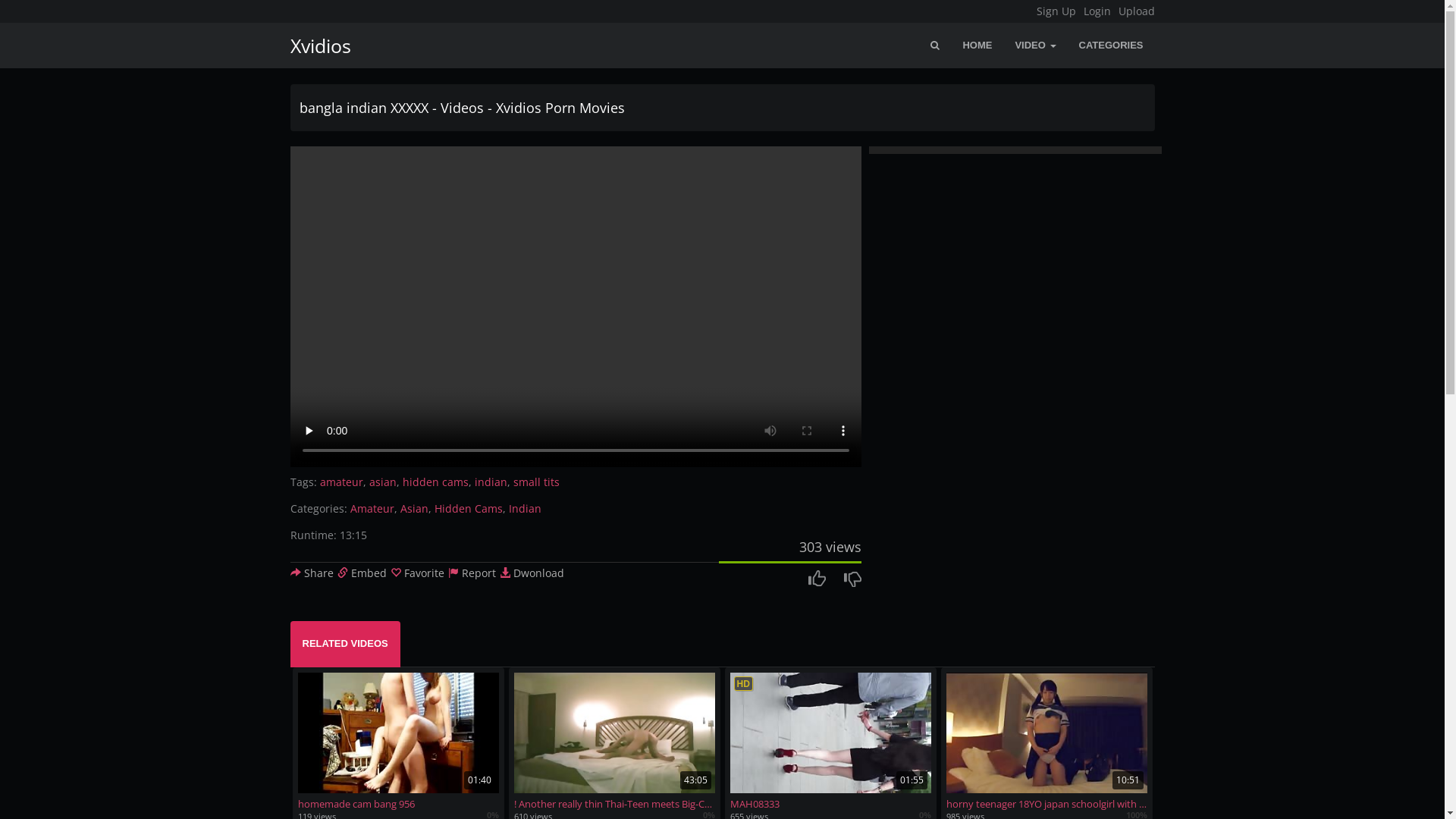 Image resolution: width=1456 pixels, height=819 pixels. What do you see at coordinates (360, 573) in the screenshot?
I see `'Embed'` at bounding box center [360, 573].